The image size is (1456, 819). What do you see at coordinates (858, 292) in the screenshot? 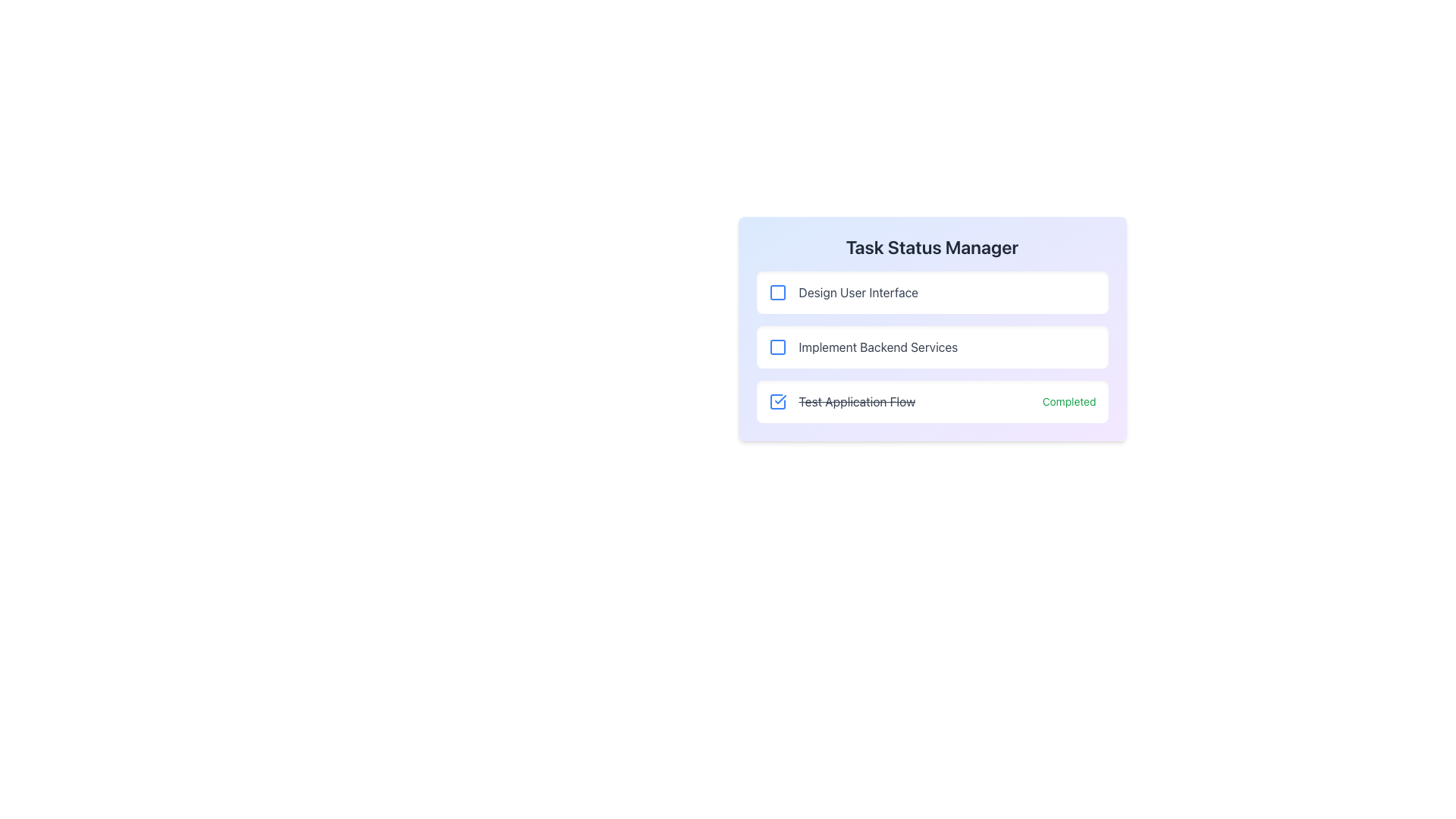
I see `the checkbox associated with the task labeled 'Design User Interface' to mark it as completed` at bounding box center [858, 292].